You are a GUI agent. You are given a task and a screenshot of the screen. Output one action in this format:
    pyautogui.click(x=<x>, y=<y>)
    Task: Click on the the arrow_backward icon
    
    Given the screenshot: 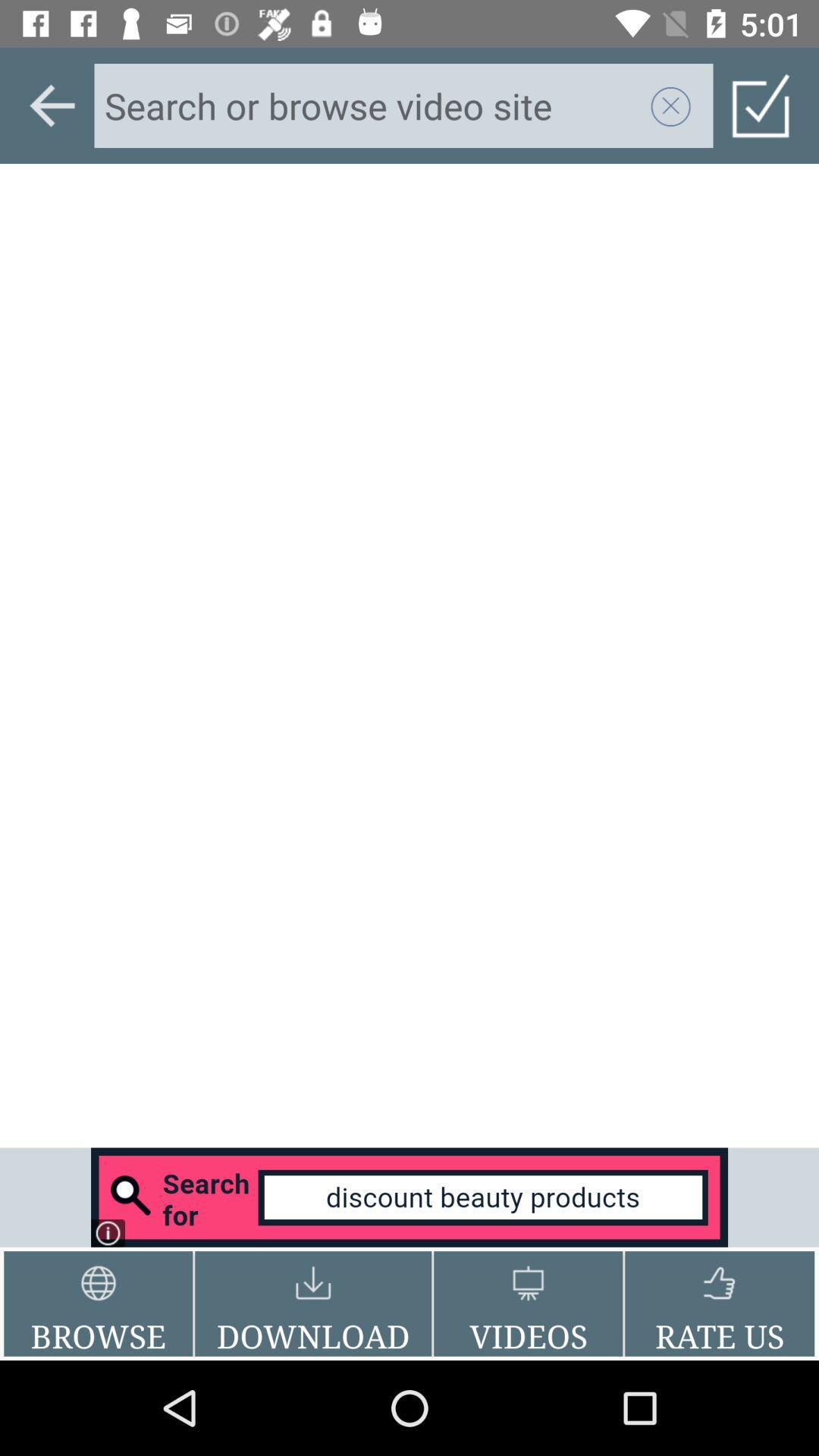 What is the action you would take?
    pyautogui.click(x=52, y=105)
    